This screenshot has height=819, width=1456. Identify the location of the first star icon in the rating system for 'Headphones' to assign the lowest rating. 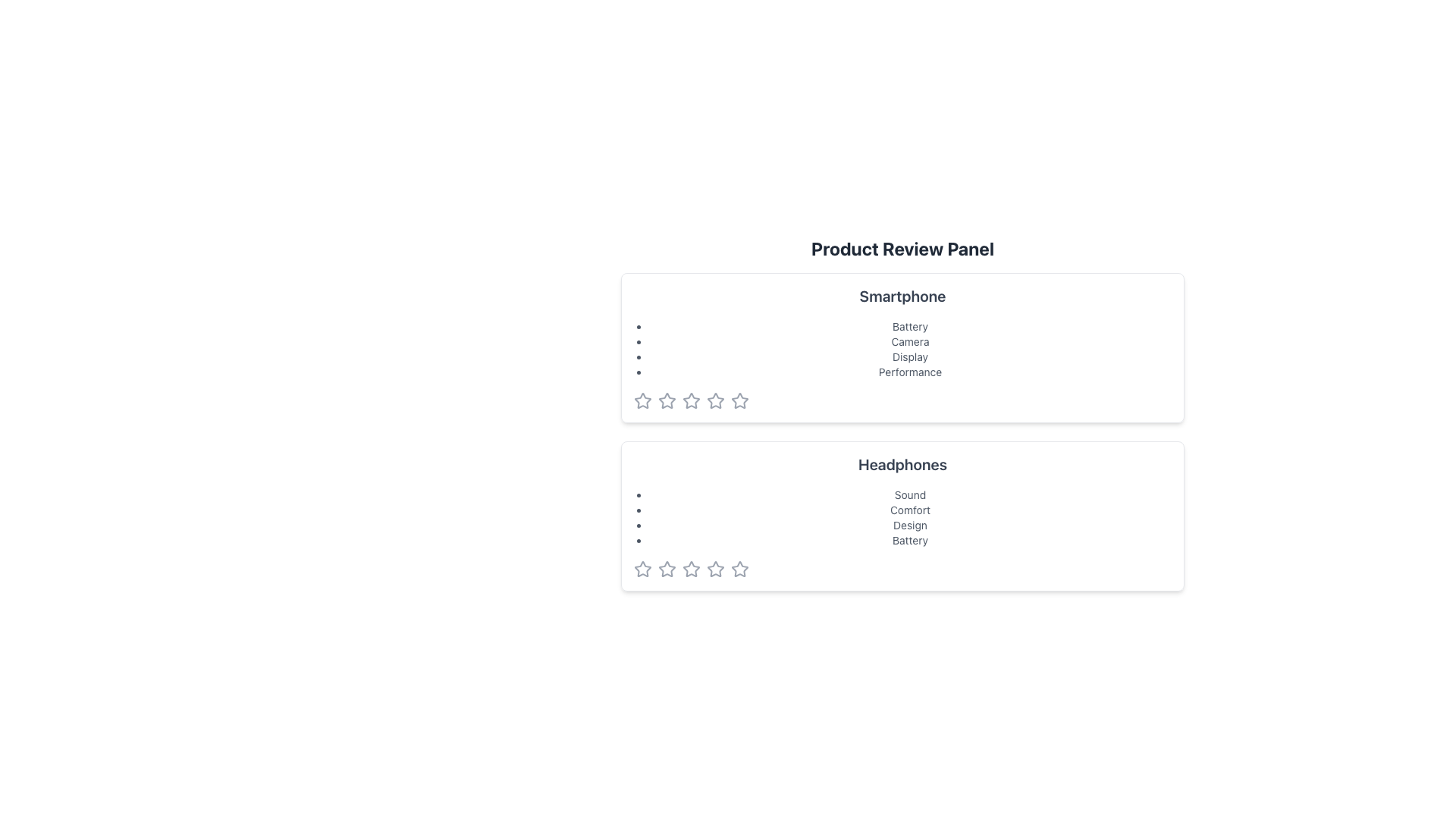
(643, 570).